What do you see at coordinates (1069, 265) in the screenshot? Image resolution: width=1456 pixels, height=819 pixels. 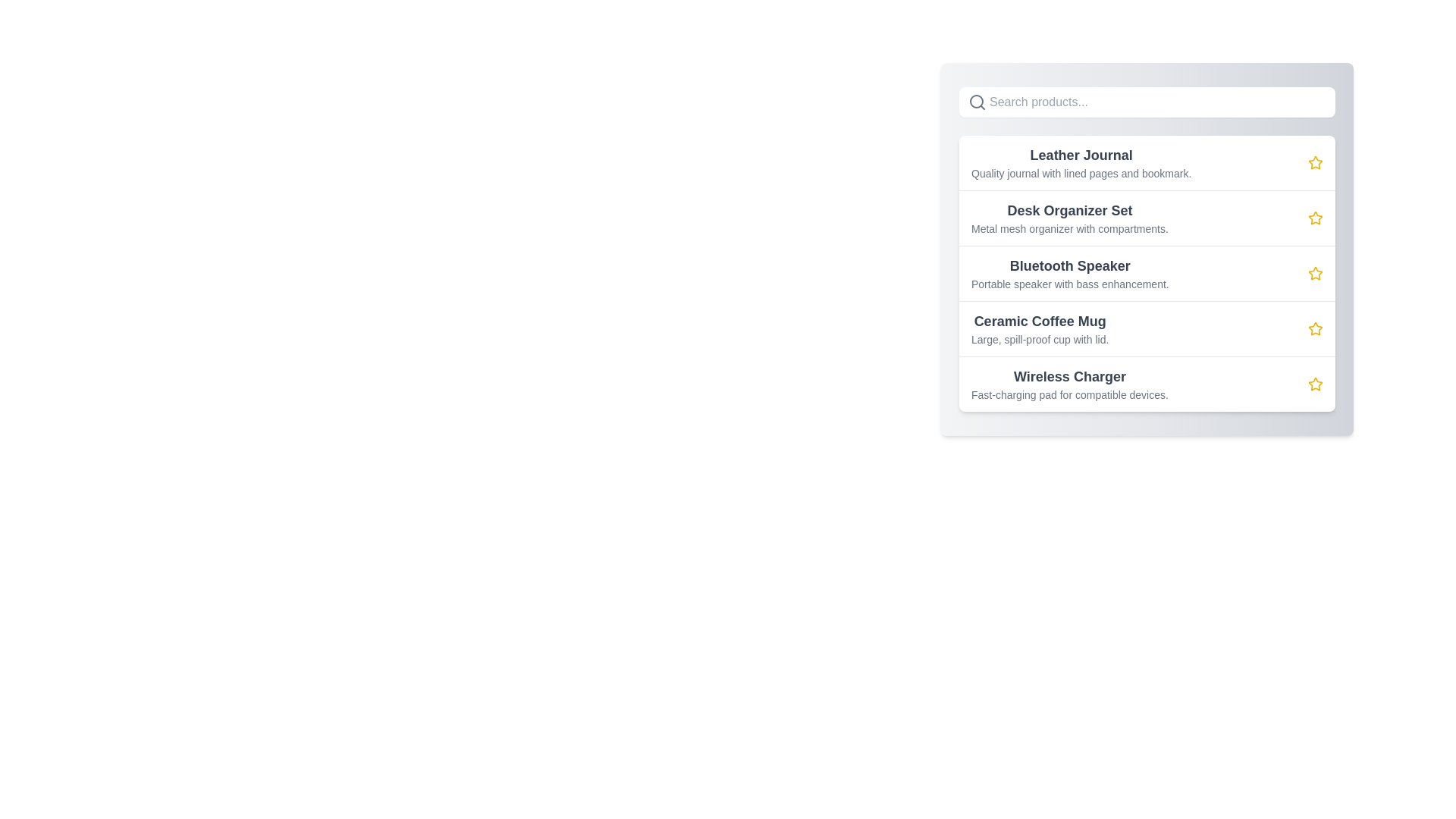 I see `the text label that reads 'Bluetooth Speaker'` at bounding box center [1069, 265].